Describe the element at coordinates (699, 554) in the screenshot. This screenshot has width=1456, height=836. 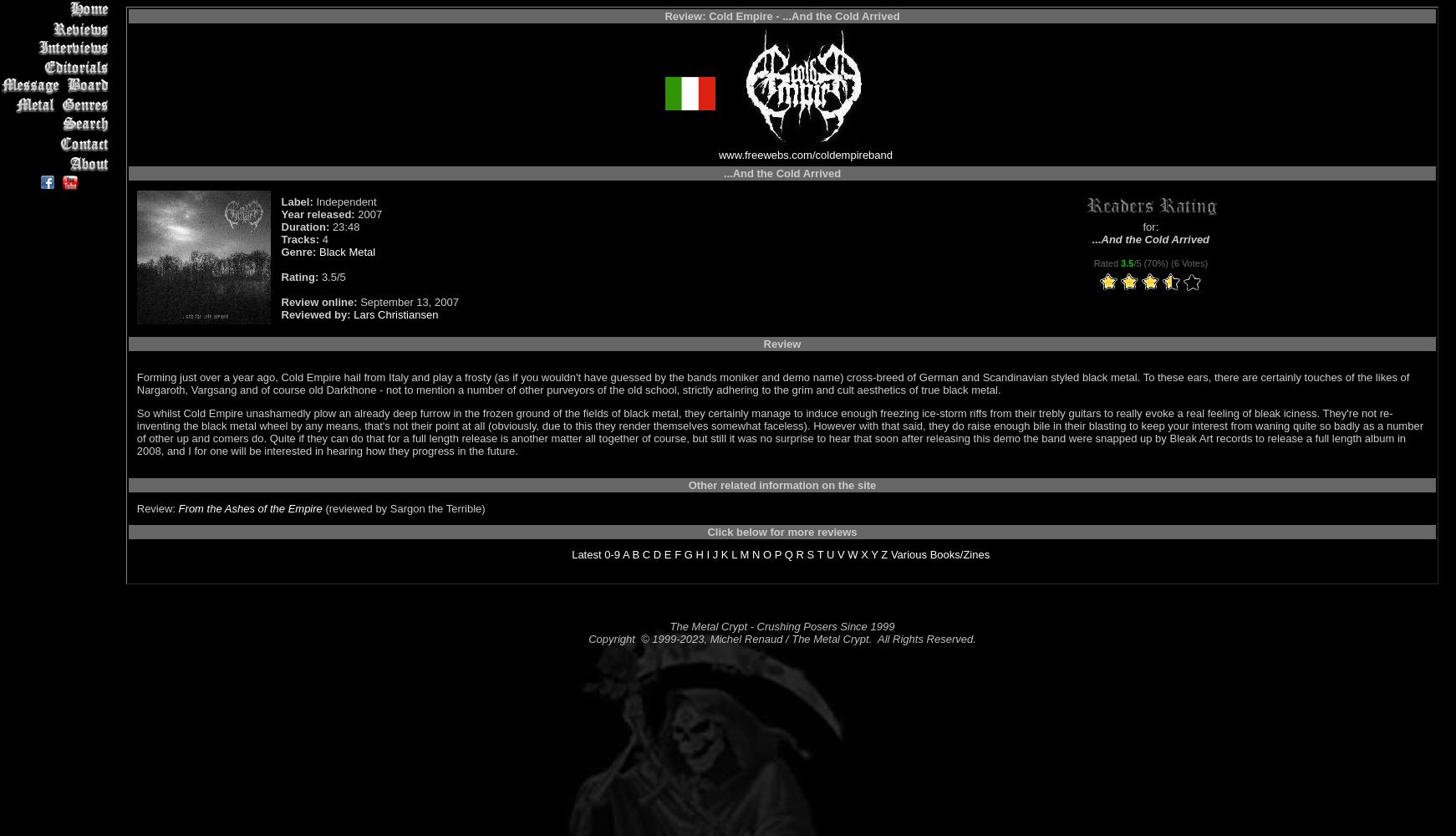
I see `'H'` at that location.